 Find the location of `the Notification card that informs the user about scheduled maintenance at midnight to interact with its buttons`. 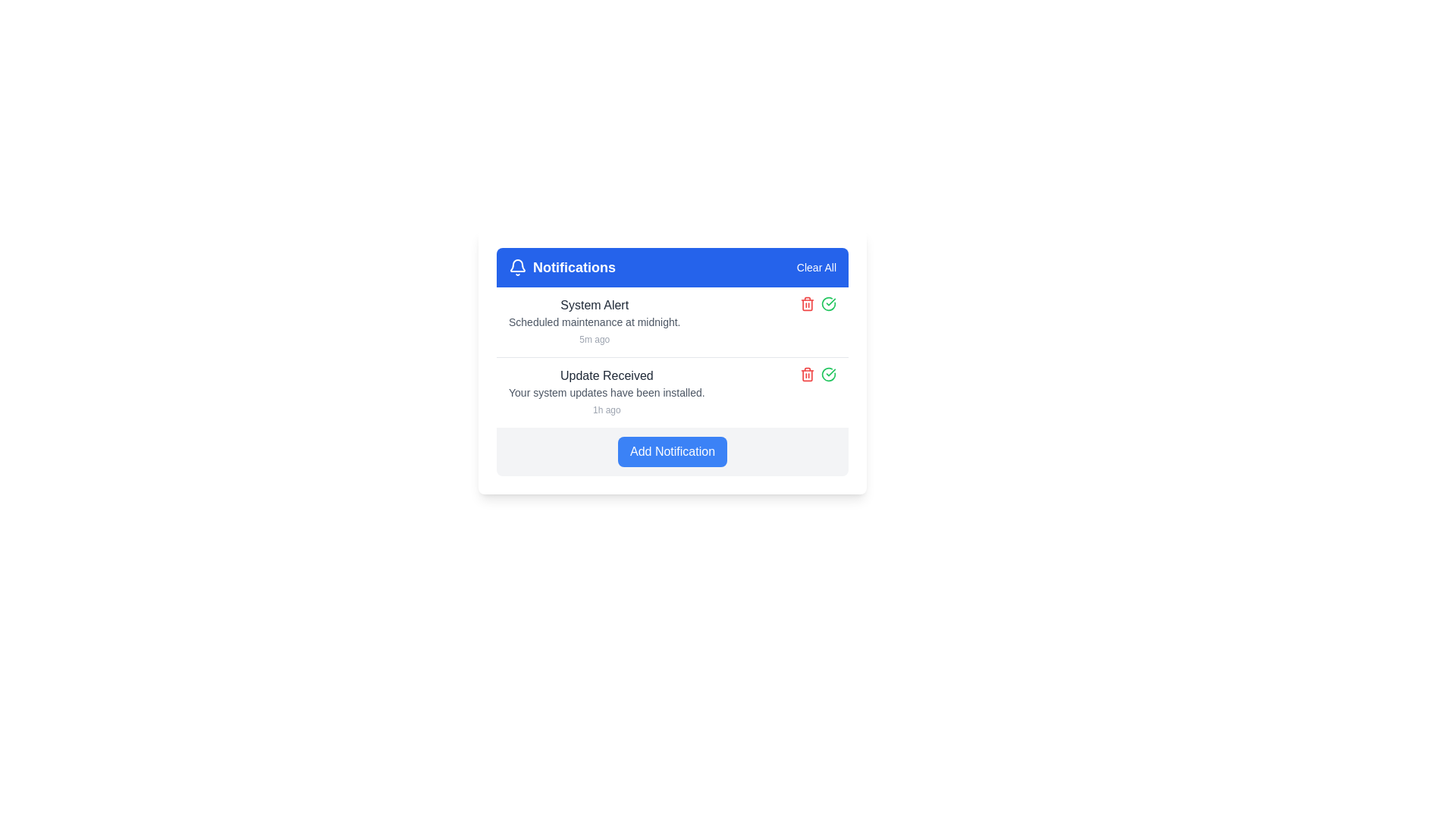

the Notification card that informs the user about scheduled maintenance at midnight to interact with its buttons is located at coordinates (672, 321).